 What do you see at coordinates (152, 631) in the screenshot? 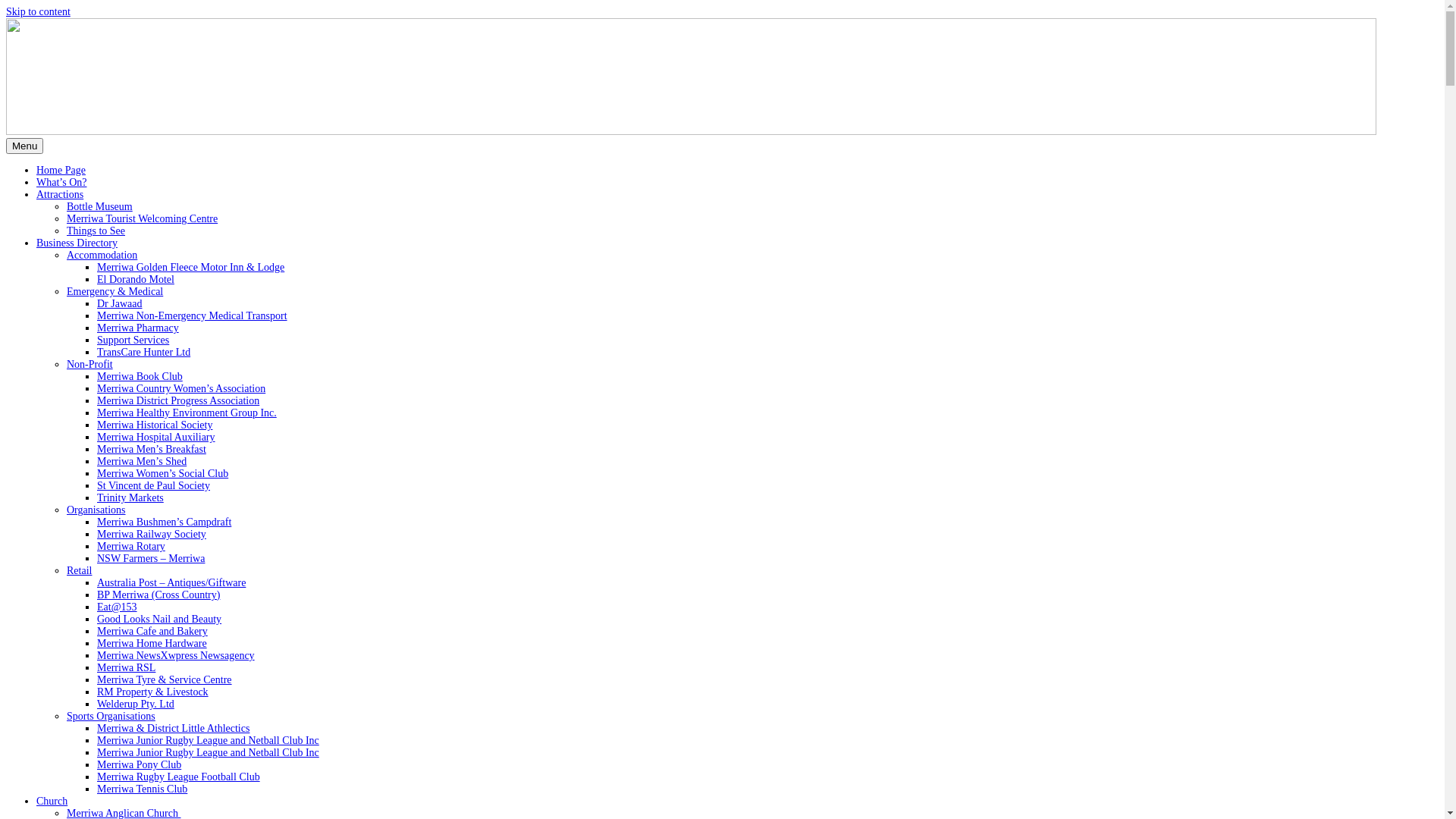
I see `'Merriwa Cafe and Bakery'` at bounding box center [152, 631].